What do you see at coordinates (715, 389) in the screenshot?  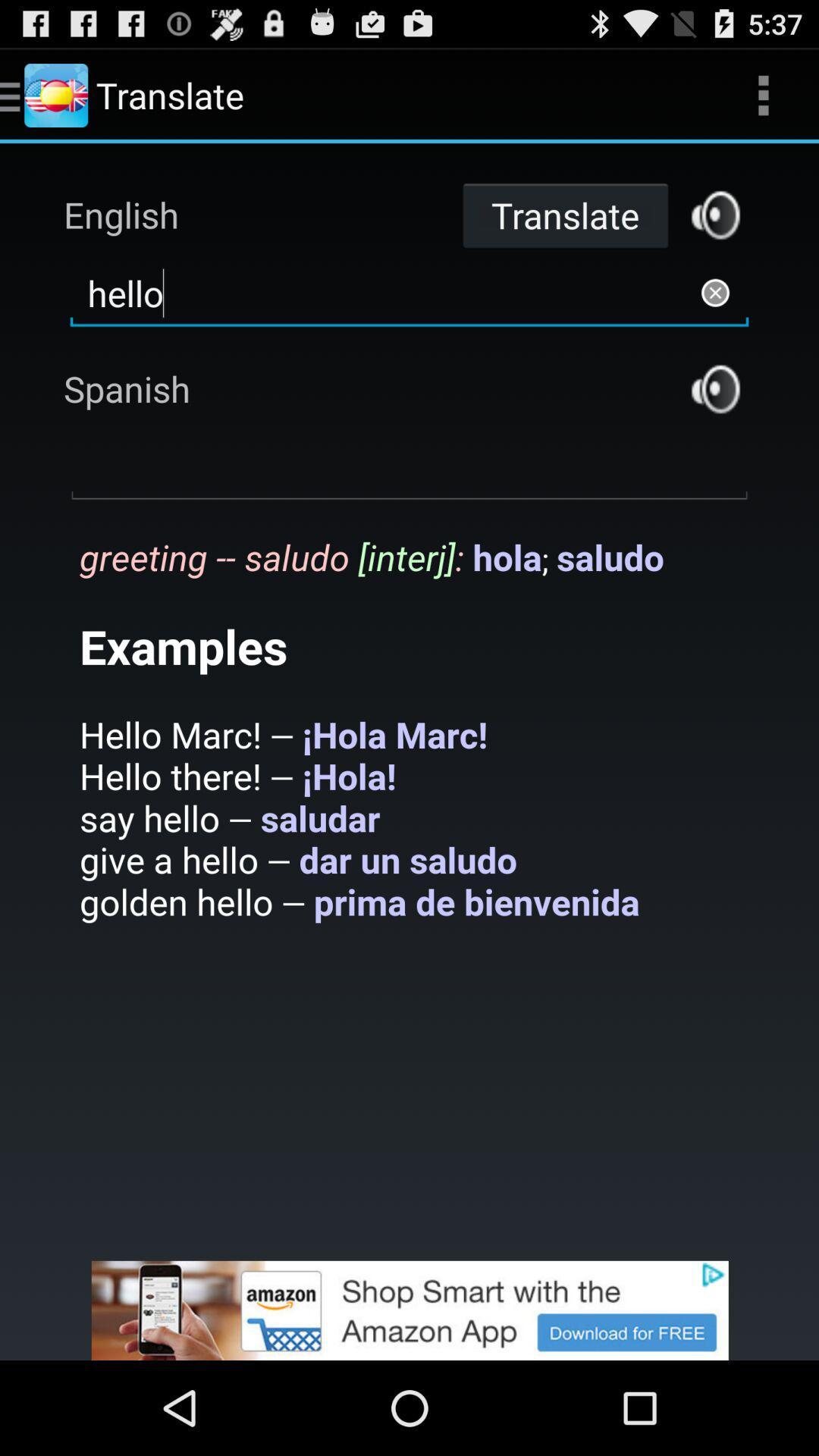 I see `switch to spanish` at bounding box center [715, 389].